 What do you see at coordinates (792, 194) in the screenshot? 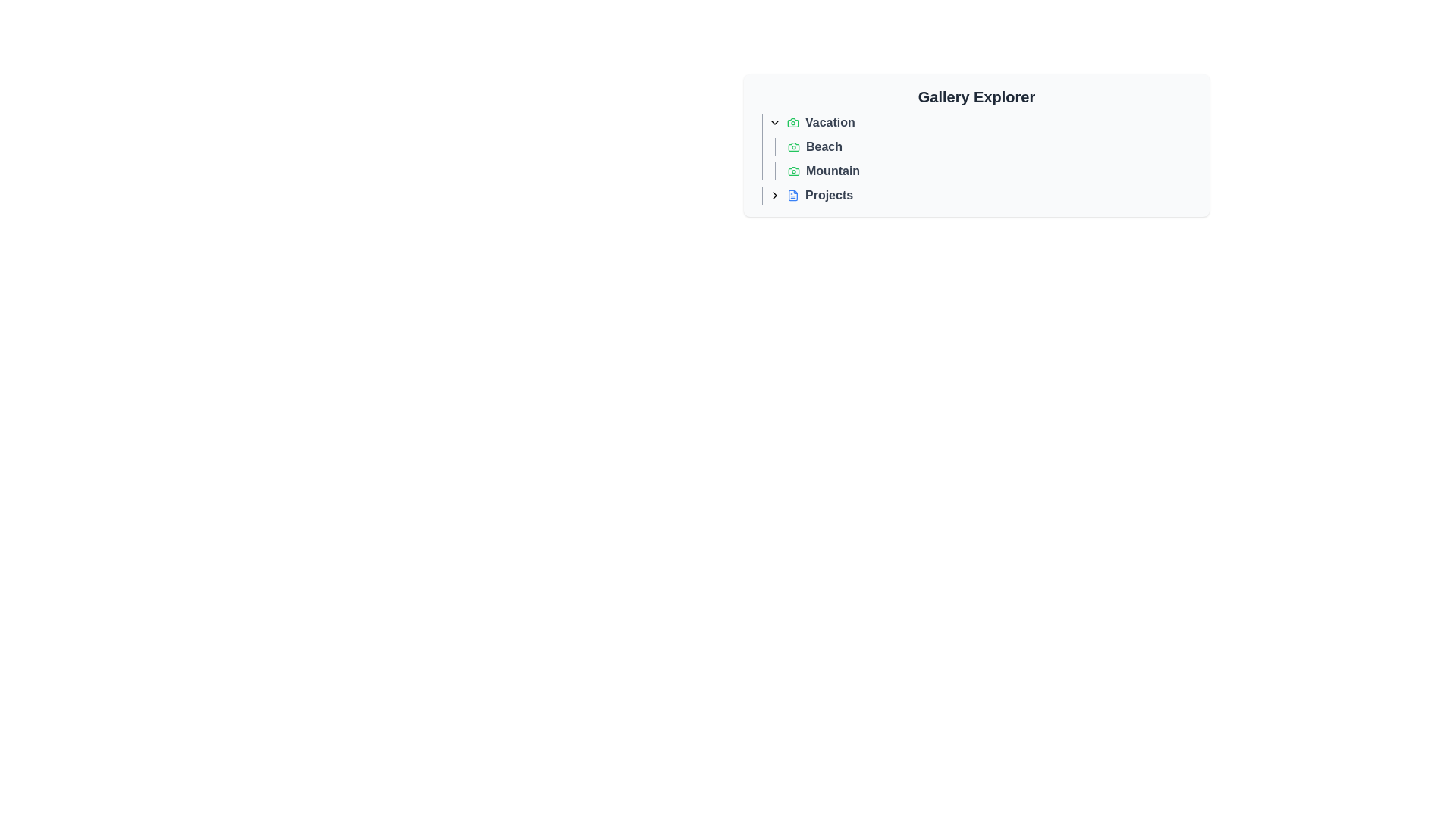
I see `the 'Projects' icon located at the bottom of the hierarchical navigation tree in the Gallery Explorer interface` at bounding box center [792, 194].